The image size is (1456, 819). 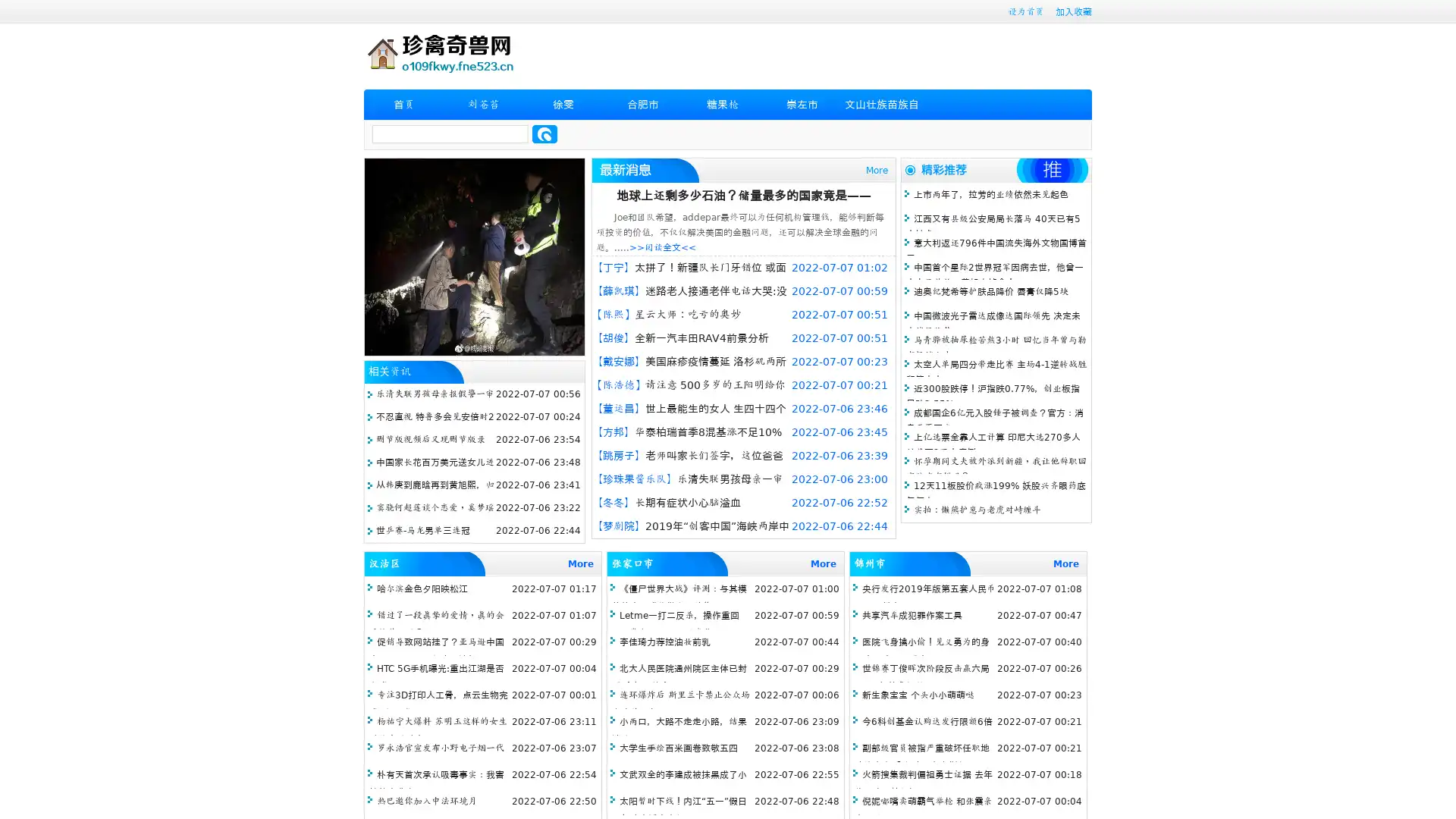 I want to click on Search, so click(x=544, y=133).